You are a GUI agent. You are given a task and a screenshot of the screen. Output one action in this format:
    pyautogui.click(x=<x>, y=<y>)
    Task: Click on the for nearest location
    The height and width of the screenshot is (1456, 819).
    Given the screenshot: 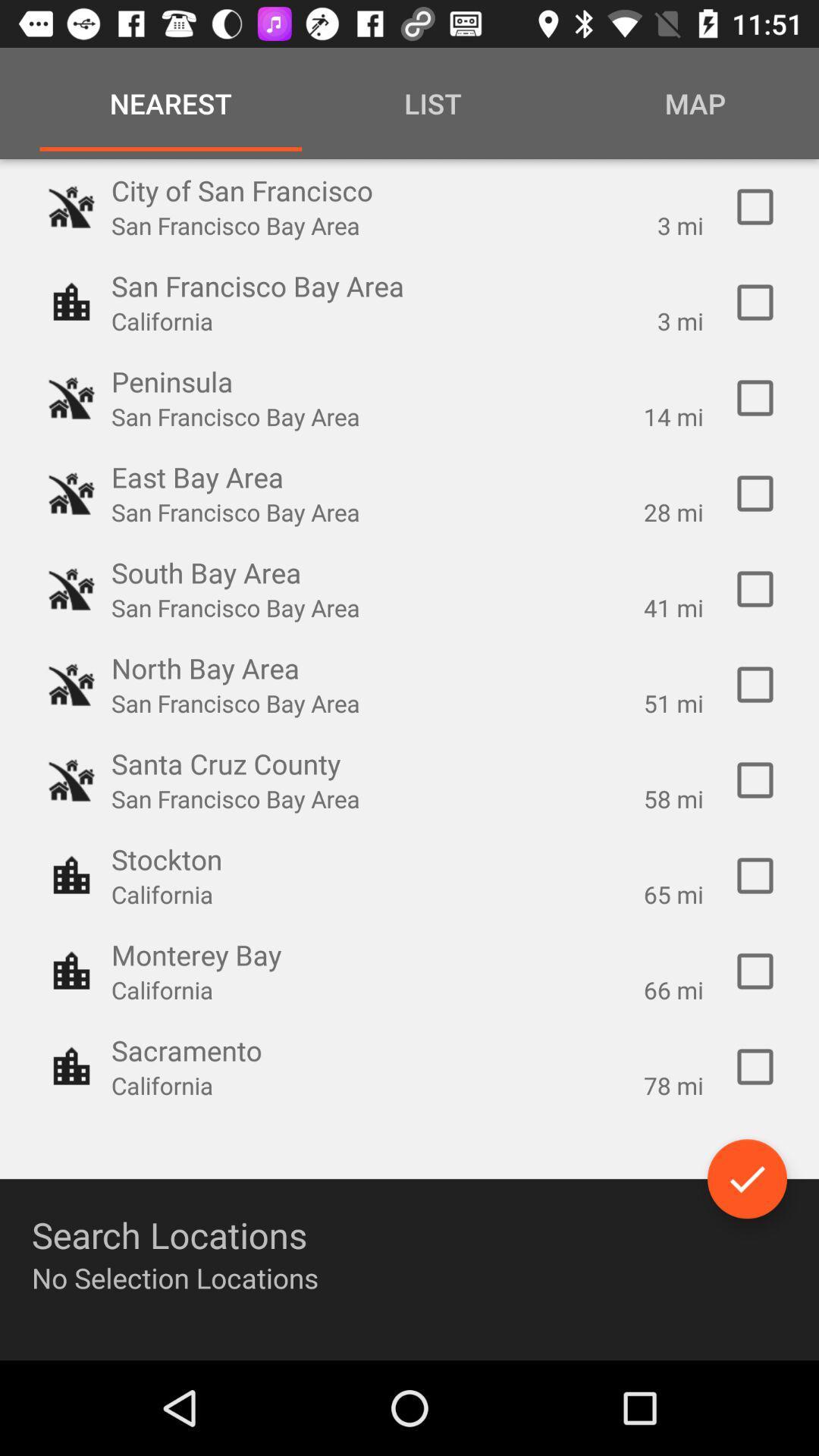 What is the action you would take?
    pyautogui.click(x=755, y=971)
    